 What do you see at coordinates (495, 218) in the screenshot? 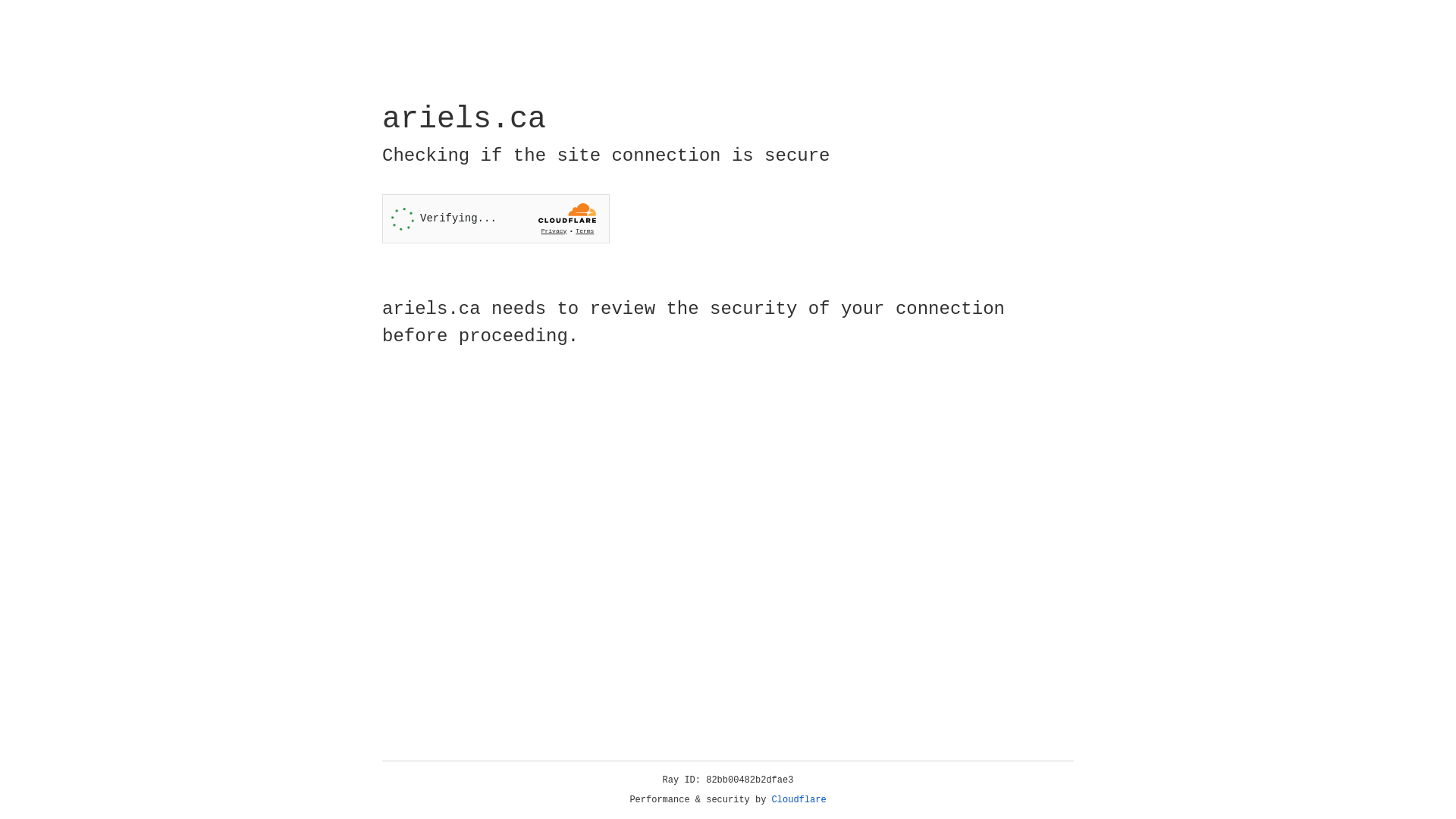
I see `'Widget containing a Cloudflare security challenge'` at bounding box center [495, 218].